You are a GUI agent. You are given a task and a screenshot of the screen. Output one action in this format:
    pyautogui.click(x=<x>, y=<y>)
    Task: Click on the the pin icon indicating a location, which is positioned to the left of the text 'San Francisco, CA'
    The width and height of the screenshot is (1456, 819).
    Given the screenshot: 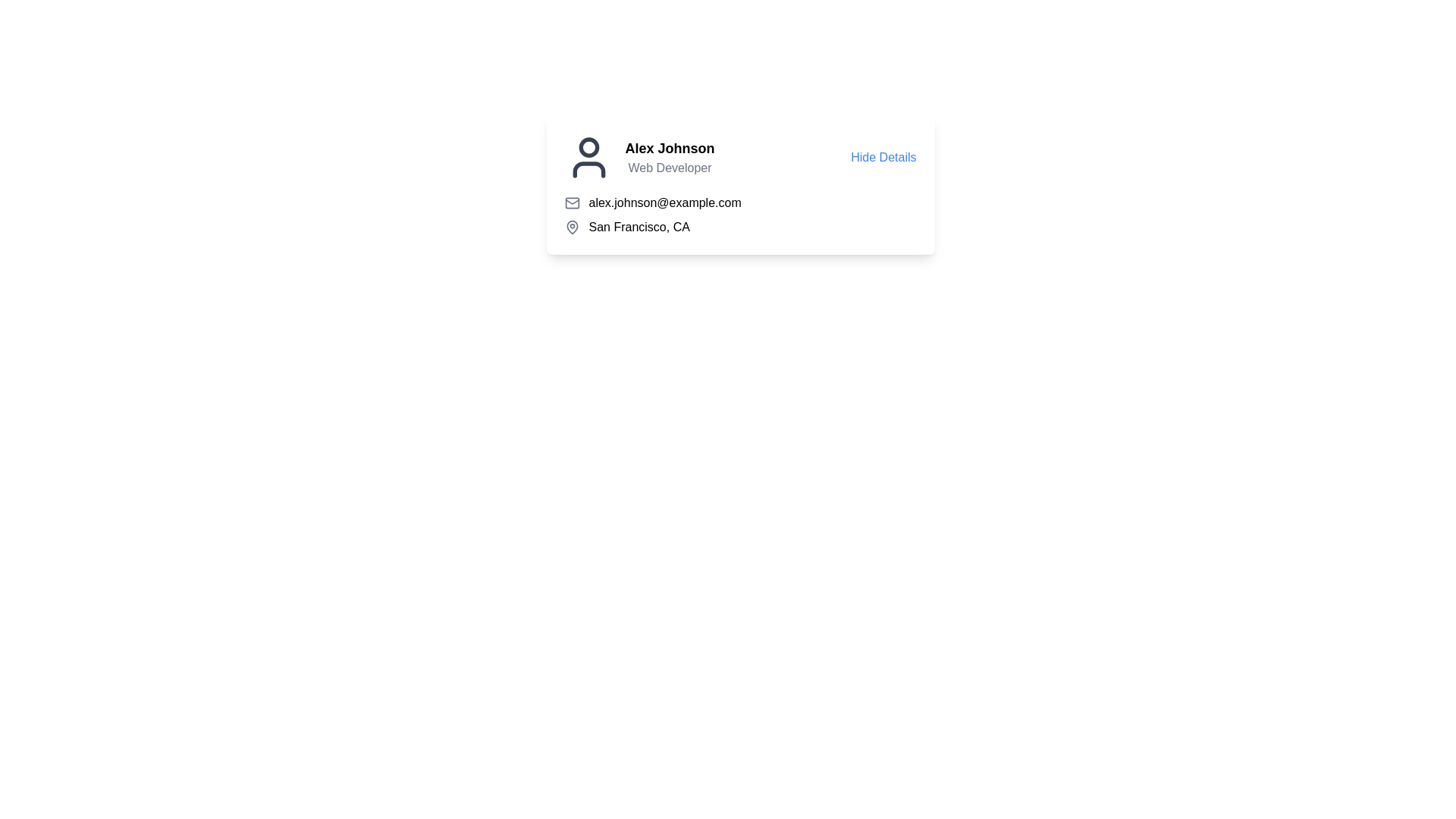 What is the action you would take?
    pyautogui.click(x=571, y=227)
    